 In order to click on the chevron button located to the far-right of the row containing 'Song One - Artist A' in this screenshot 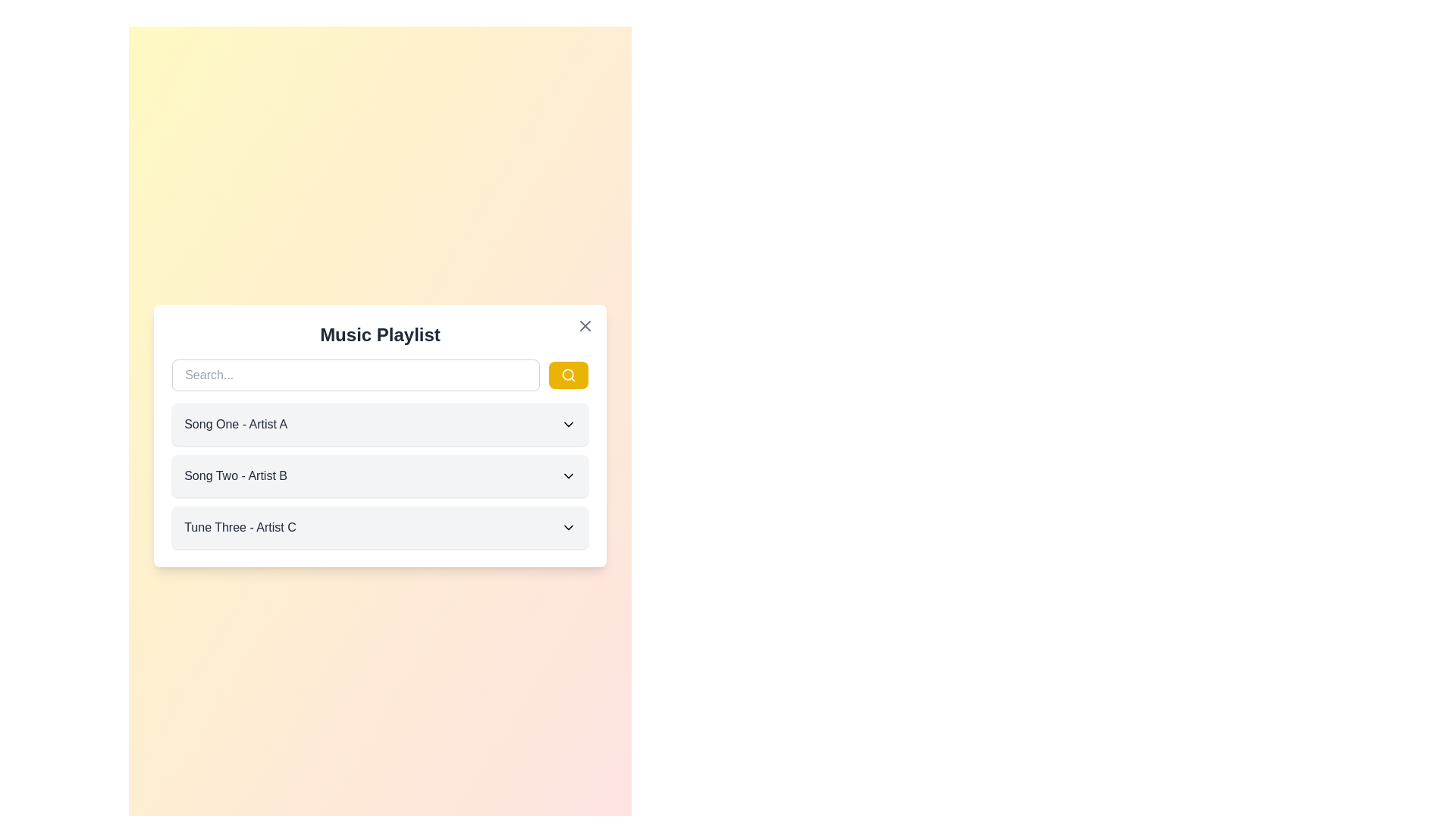, I will do `click(567, 424)`.